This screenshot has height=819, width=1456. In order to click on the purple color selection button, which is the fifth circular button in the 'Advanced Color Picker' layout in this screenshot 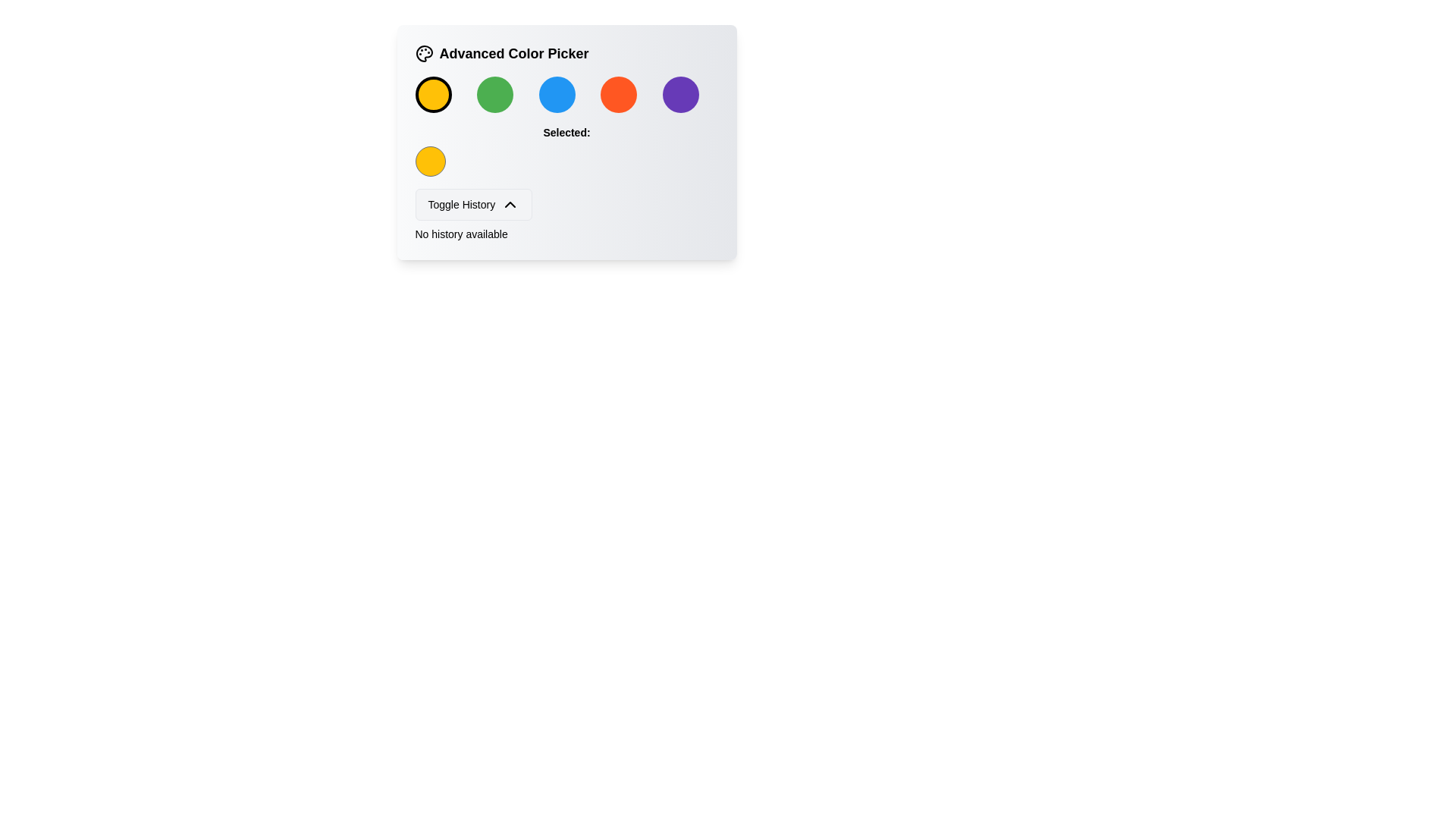, I will do `click(679, 94)`.